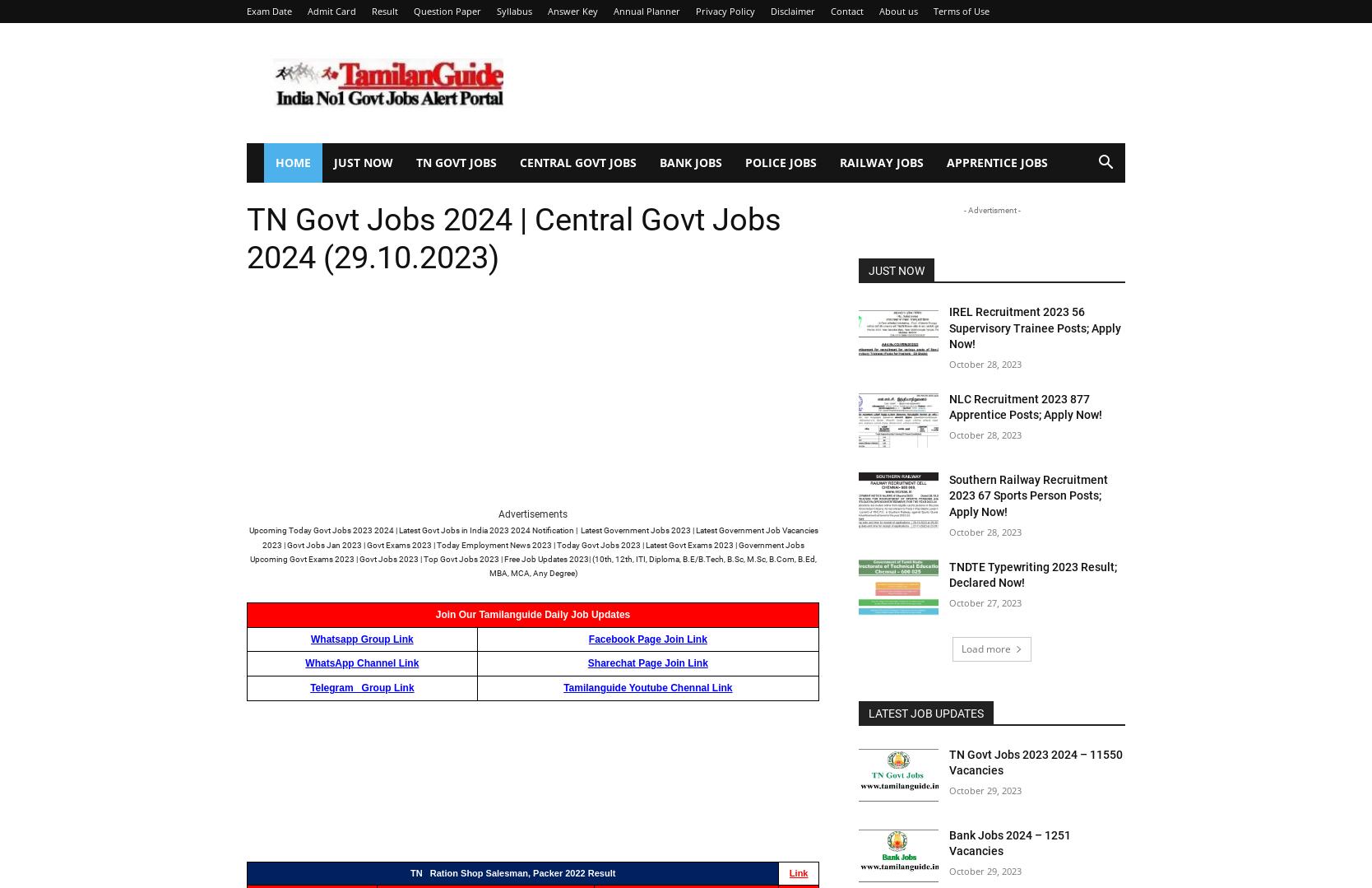  What do you see at coordinates (563, 688) in the screenshot?
I see `'Tamilanguide Youtube Chennal Link'` at bounding box center [563, 688].